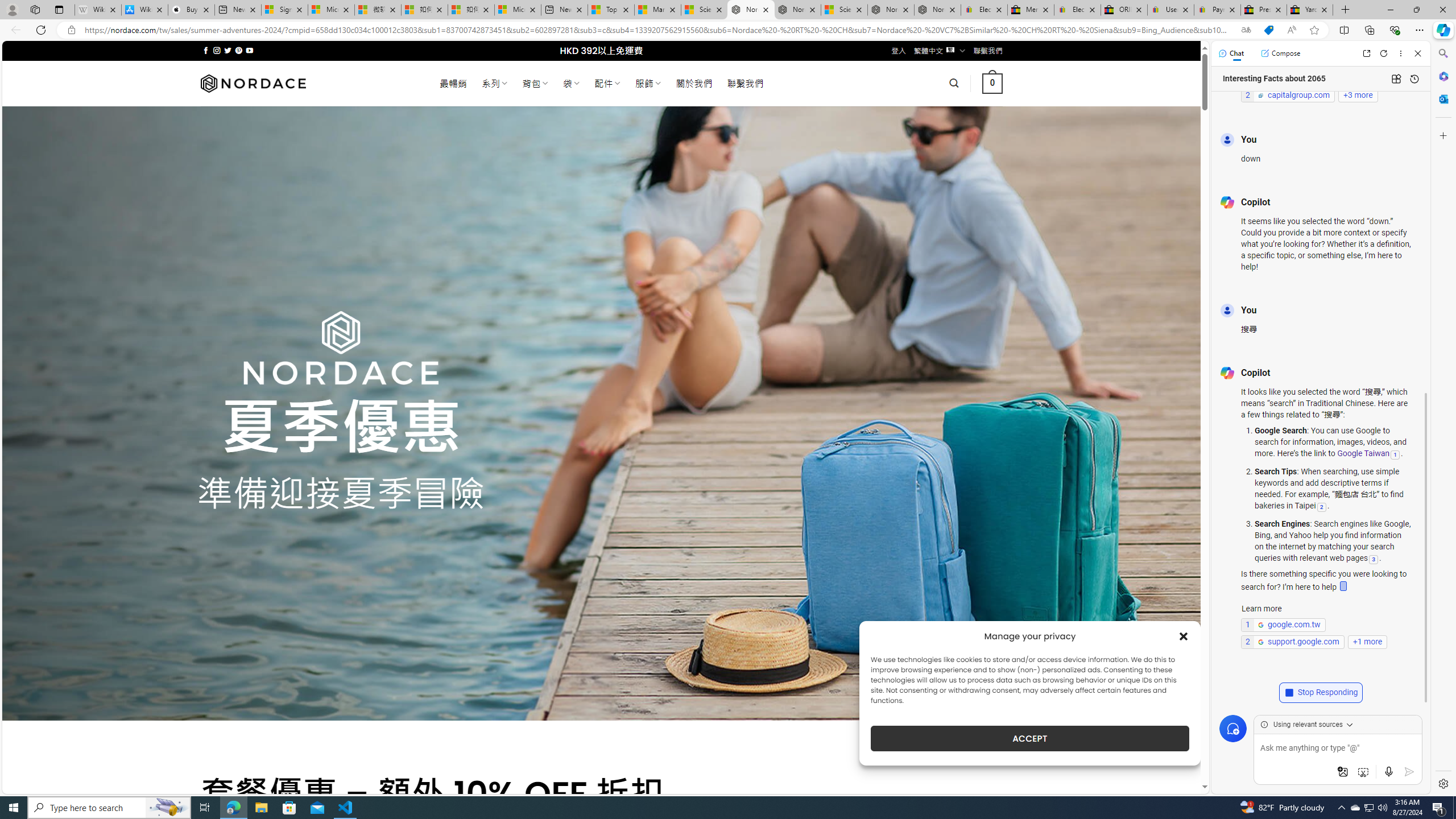  What do you see at coordinates (1442, 98) in the screenshot?
I see `'Outlook'` at bounding box center [1442, 98].